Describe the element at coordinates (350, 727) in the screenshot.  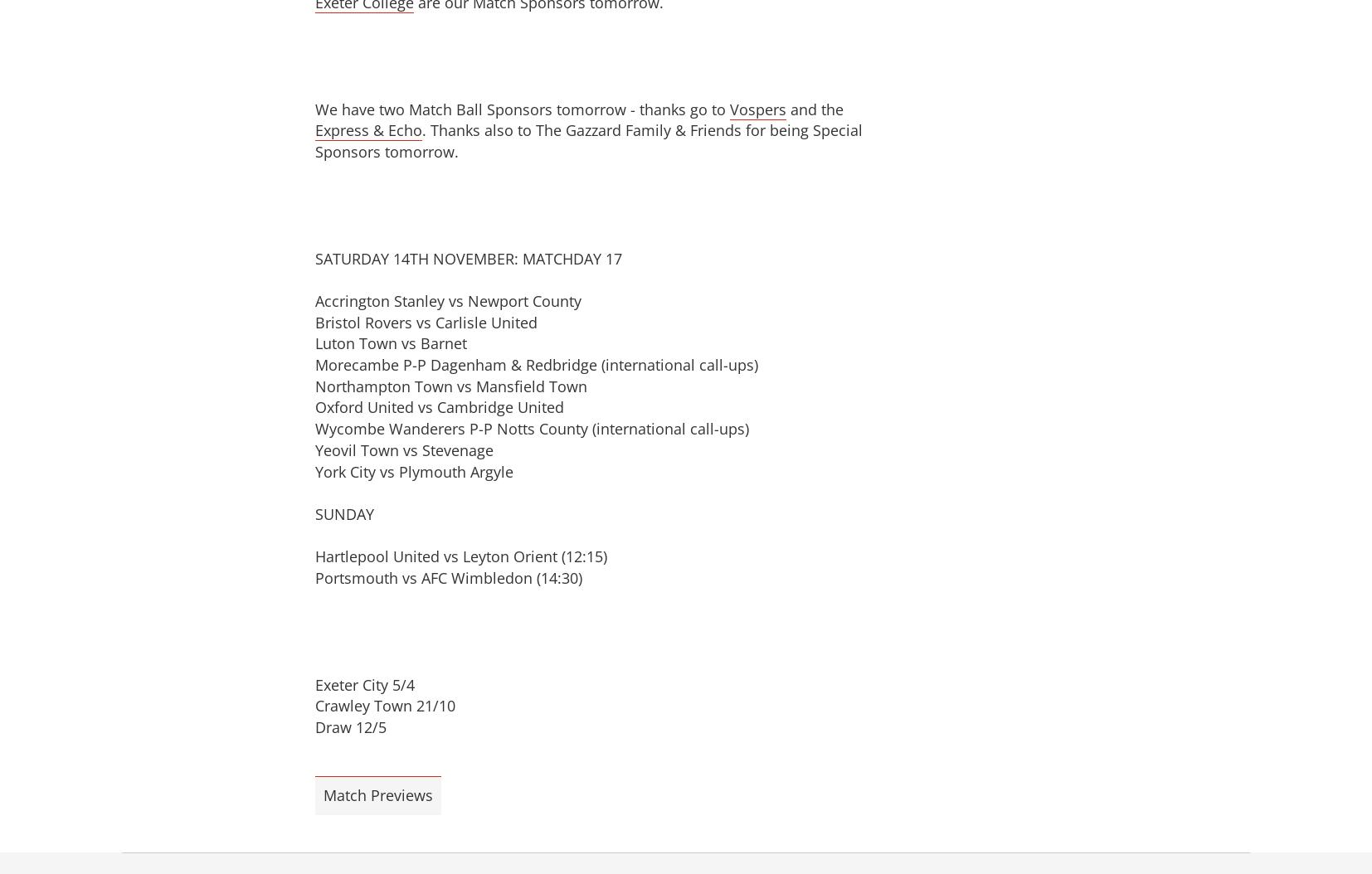
I see `'Draw 12/5'` at that location.